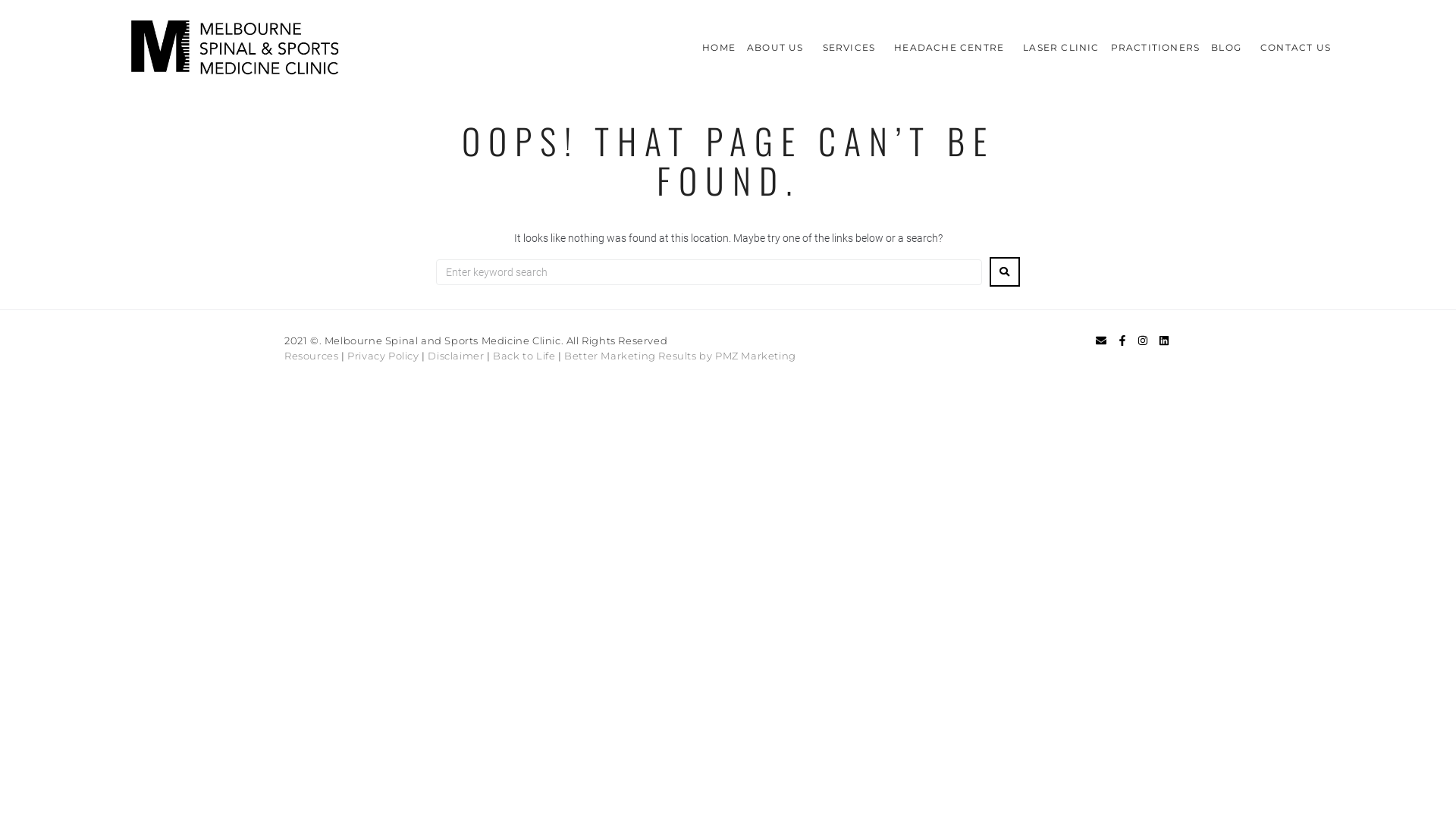 The width and height of the screenshot is (1456, 819). Describe the element at coordinates (382, 356) in the screenshot. I see `'Privacy Policy'` at that location.